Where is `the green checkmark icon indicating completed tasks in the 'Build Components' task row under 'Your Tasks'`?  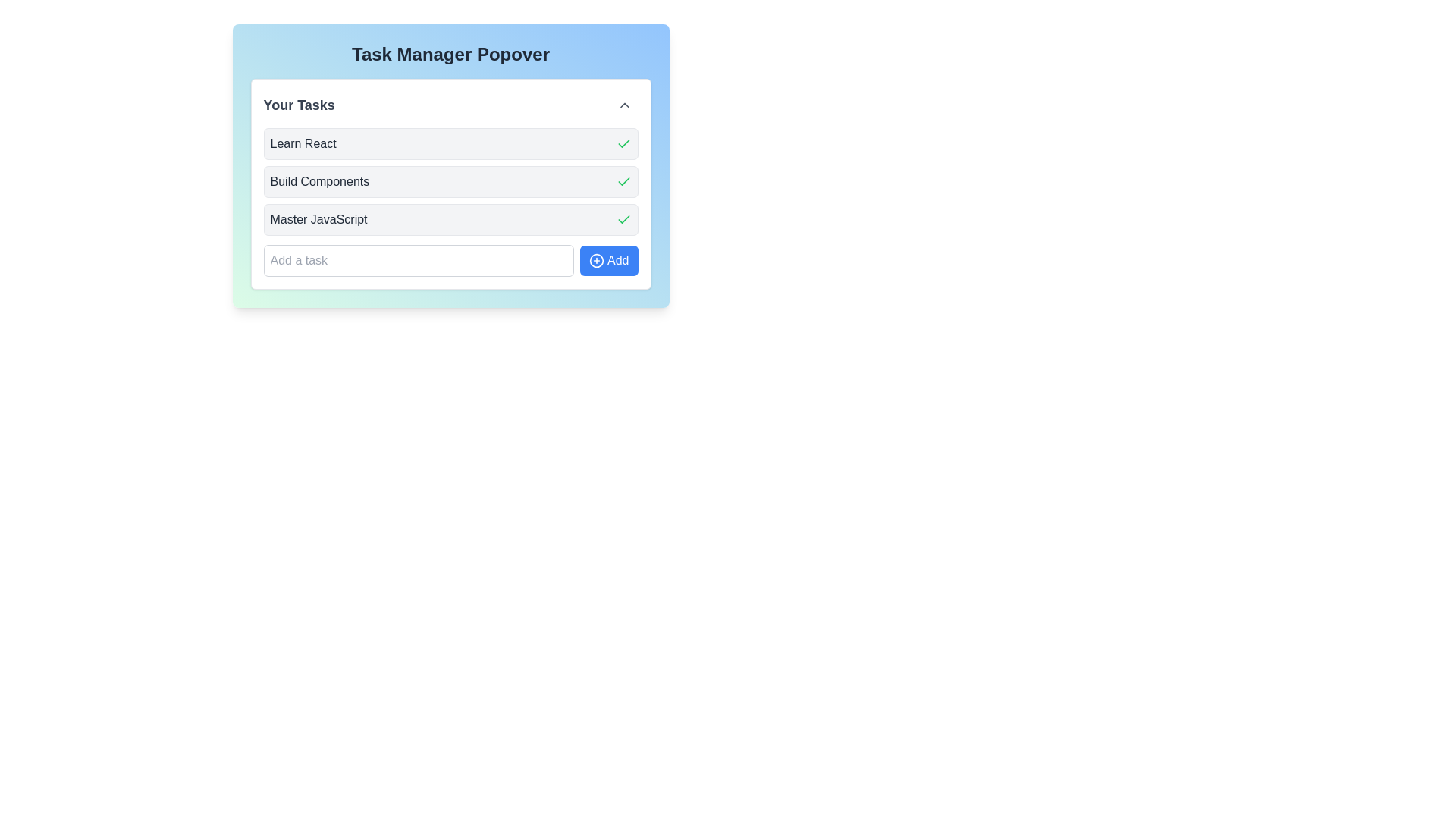 the green checkmark icon indicating completed tasks in the 'Build Components' task row under 'Your Tasks' is located at coordinates (623, 180).